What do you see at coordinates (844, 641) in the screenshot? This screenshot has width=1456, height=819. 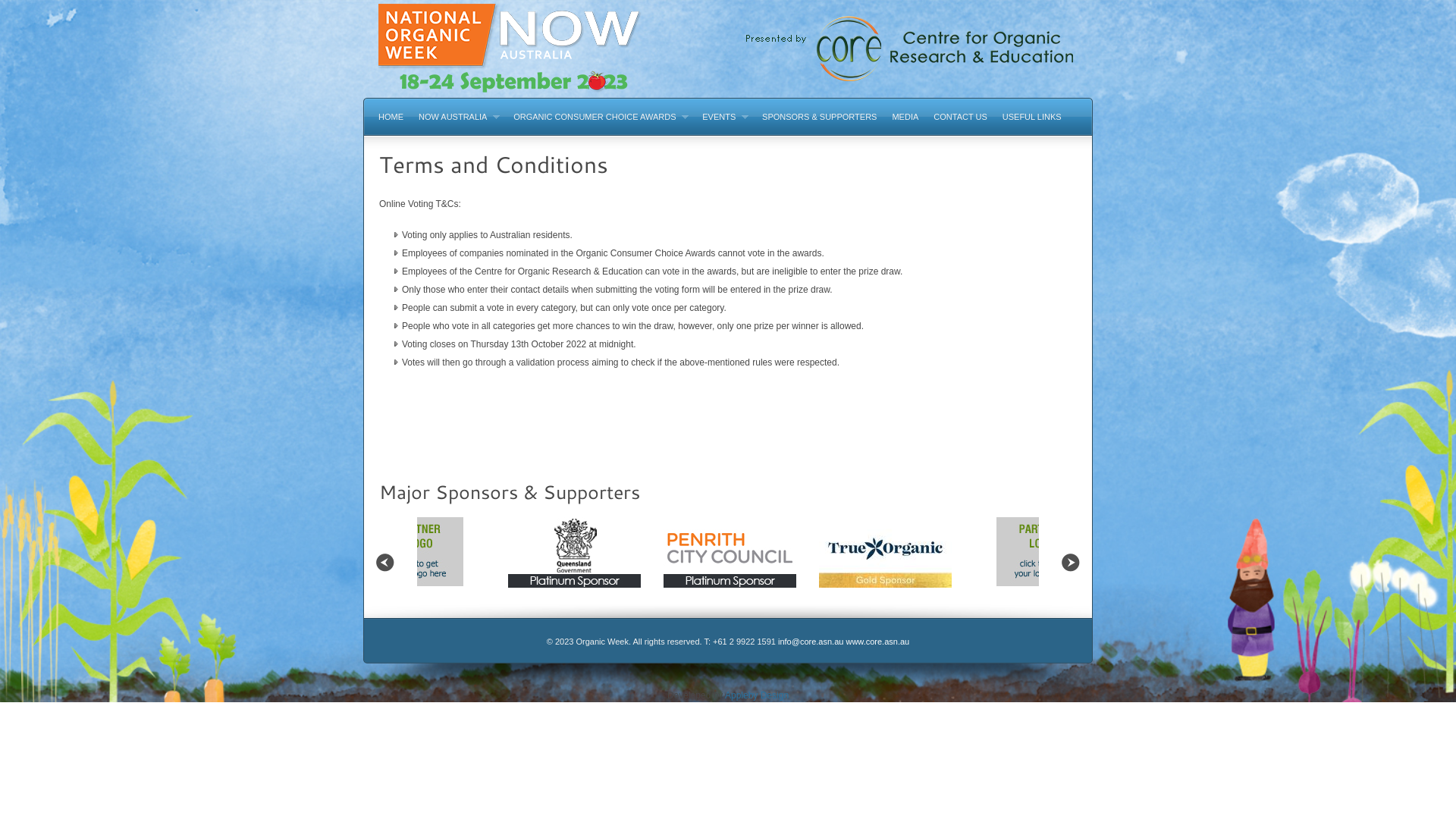 I see `'www.core.asn.au'` at bounding box center [844, 641].